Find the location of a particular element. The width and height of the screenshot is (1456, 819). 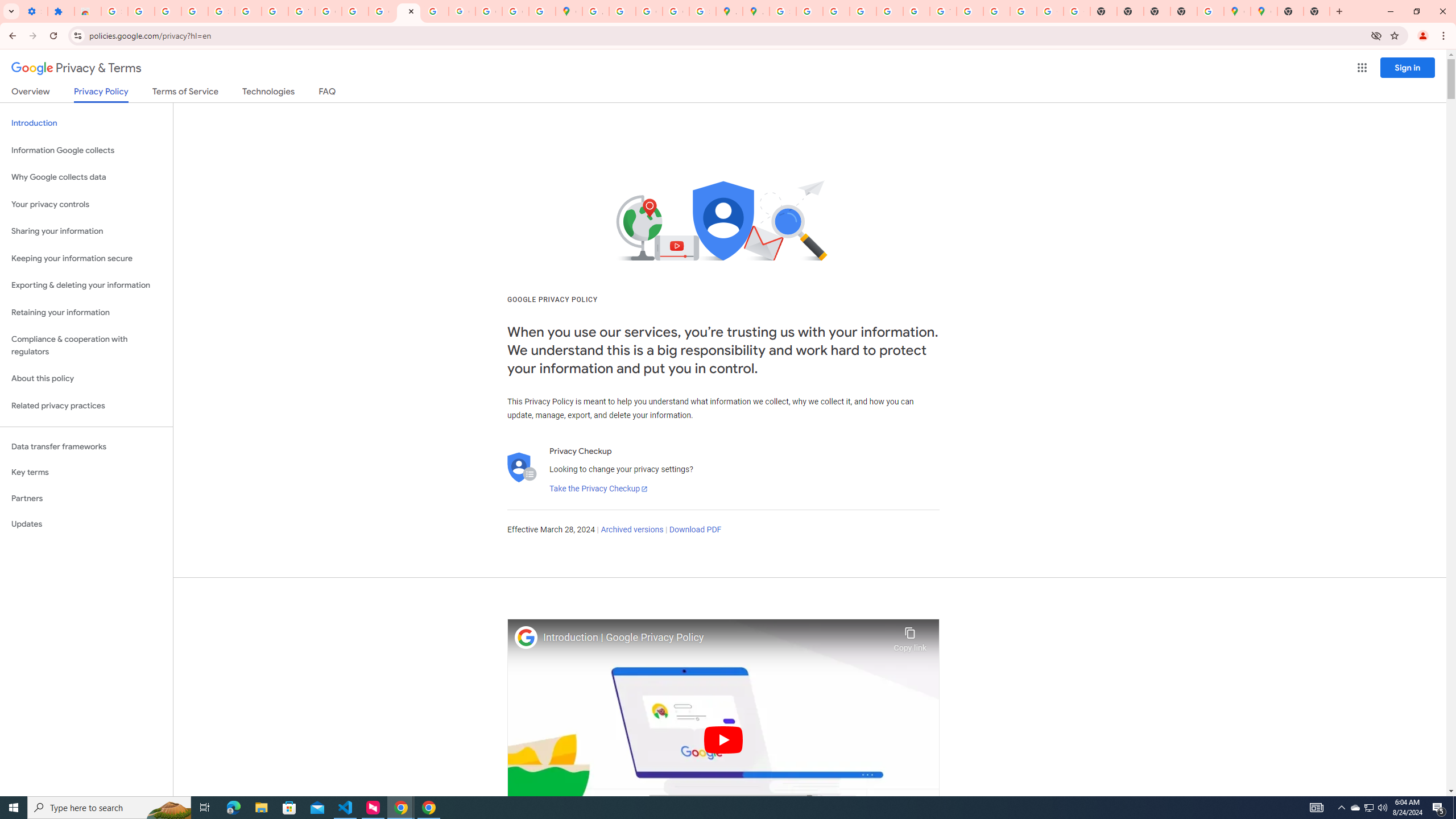

'Google apps' is located at coordinates (1361, 67).